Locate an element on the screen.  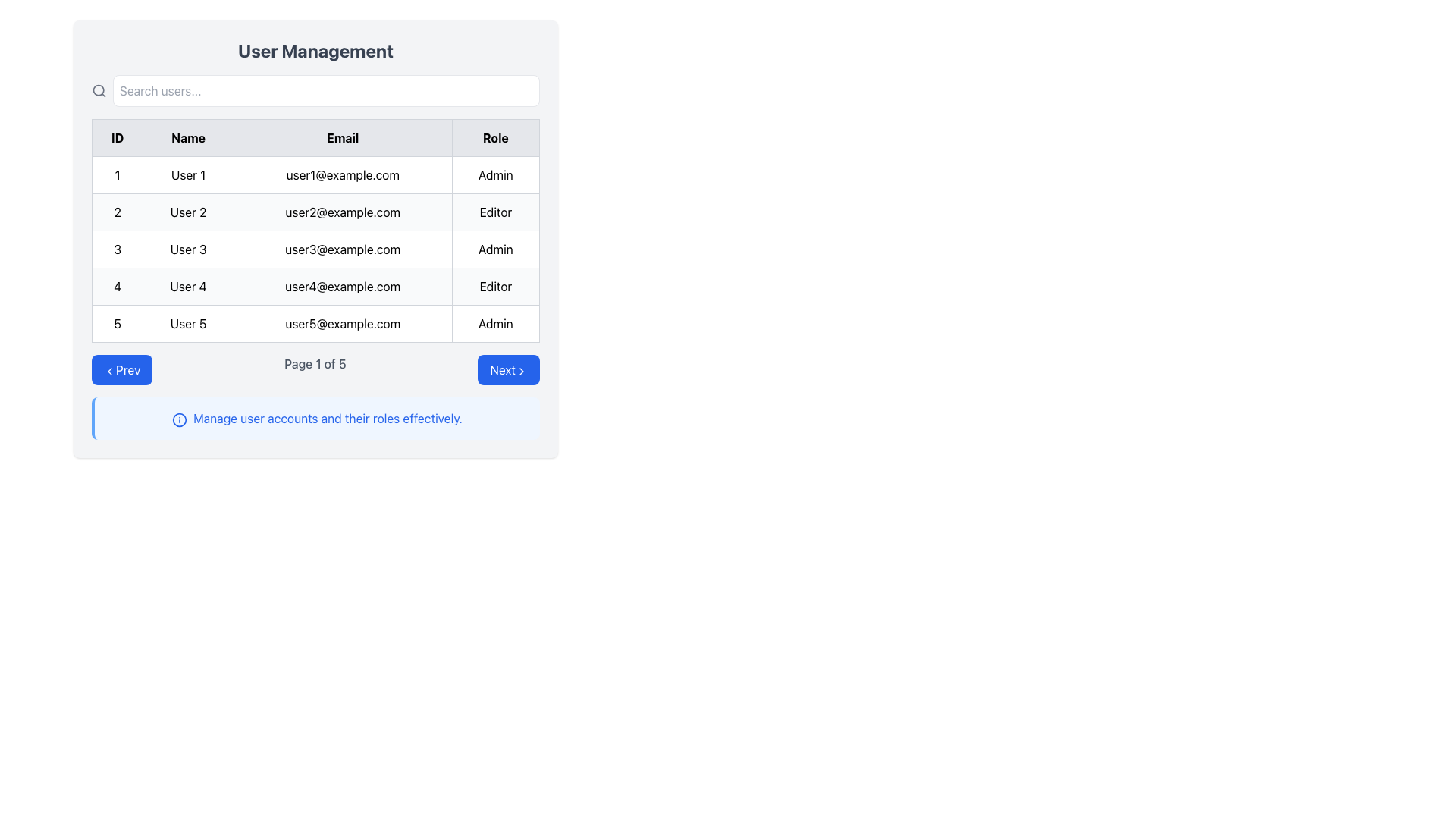
the text displaying 'user5@example.com' located in the fifth row of the table under the 'Email' column is located at coordinates (342, 323).